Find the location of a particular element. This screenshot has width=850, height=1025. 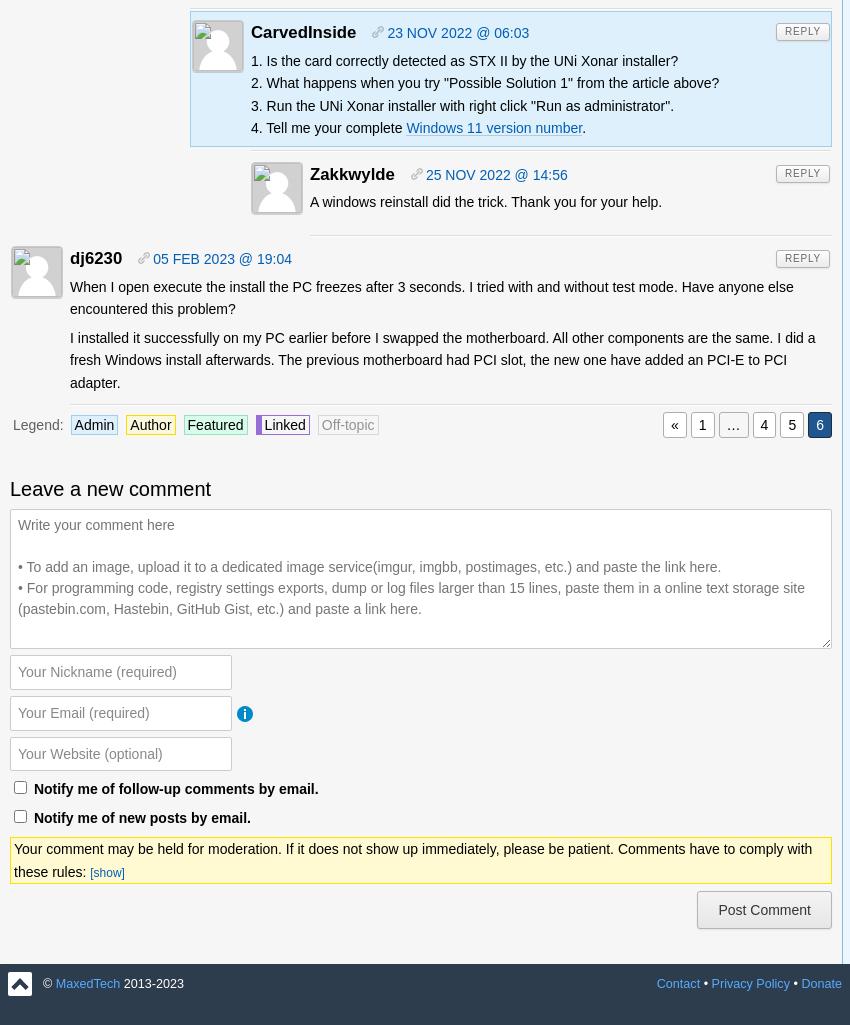

'Donate' is located at coordinates (821, 983).